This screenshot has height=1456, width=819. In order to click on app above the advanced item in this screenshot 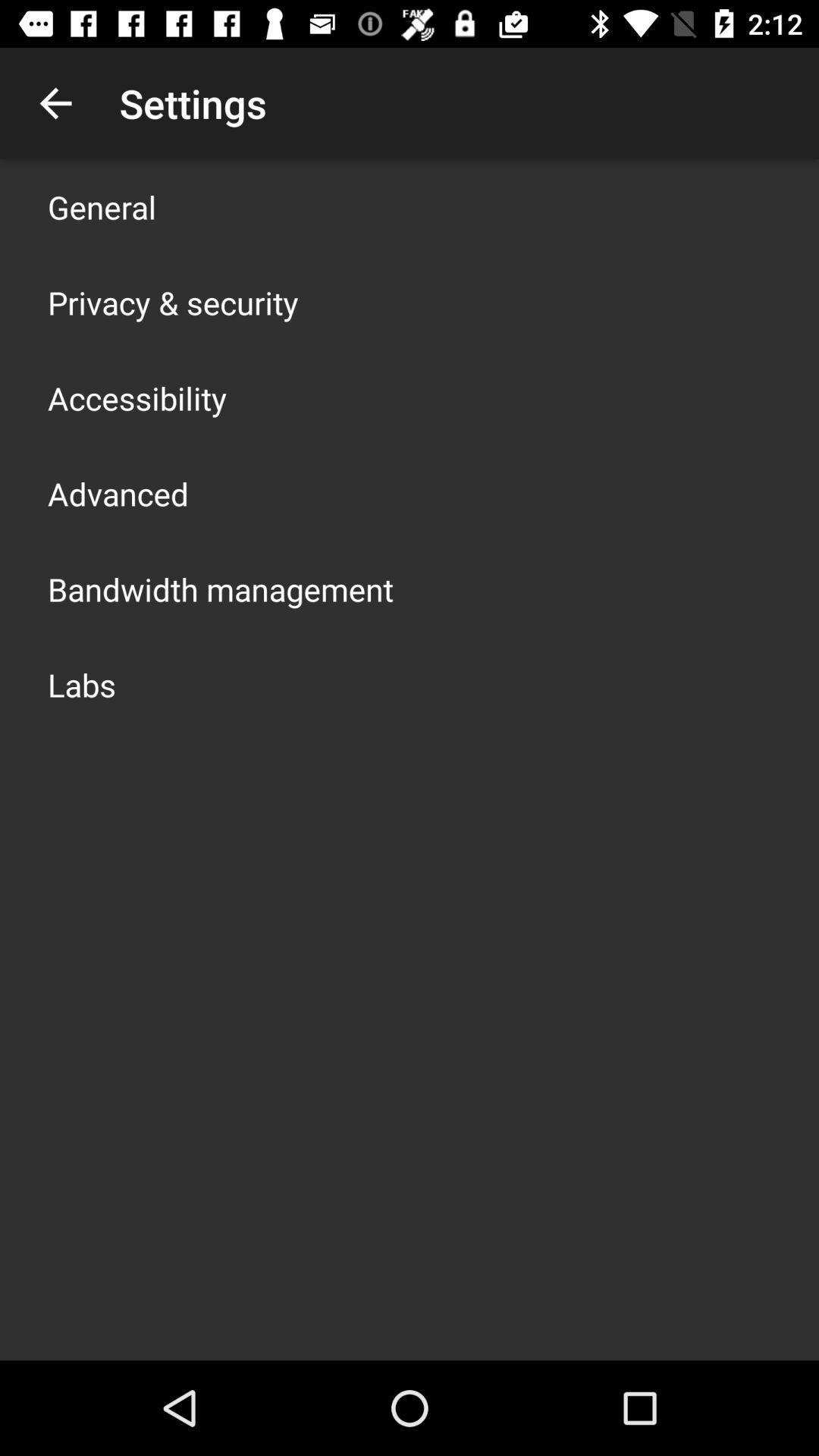, I will do `click(137, 397)`.